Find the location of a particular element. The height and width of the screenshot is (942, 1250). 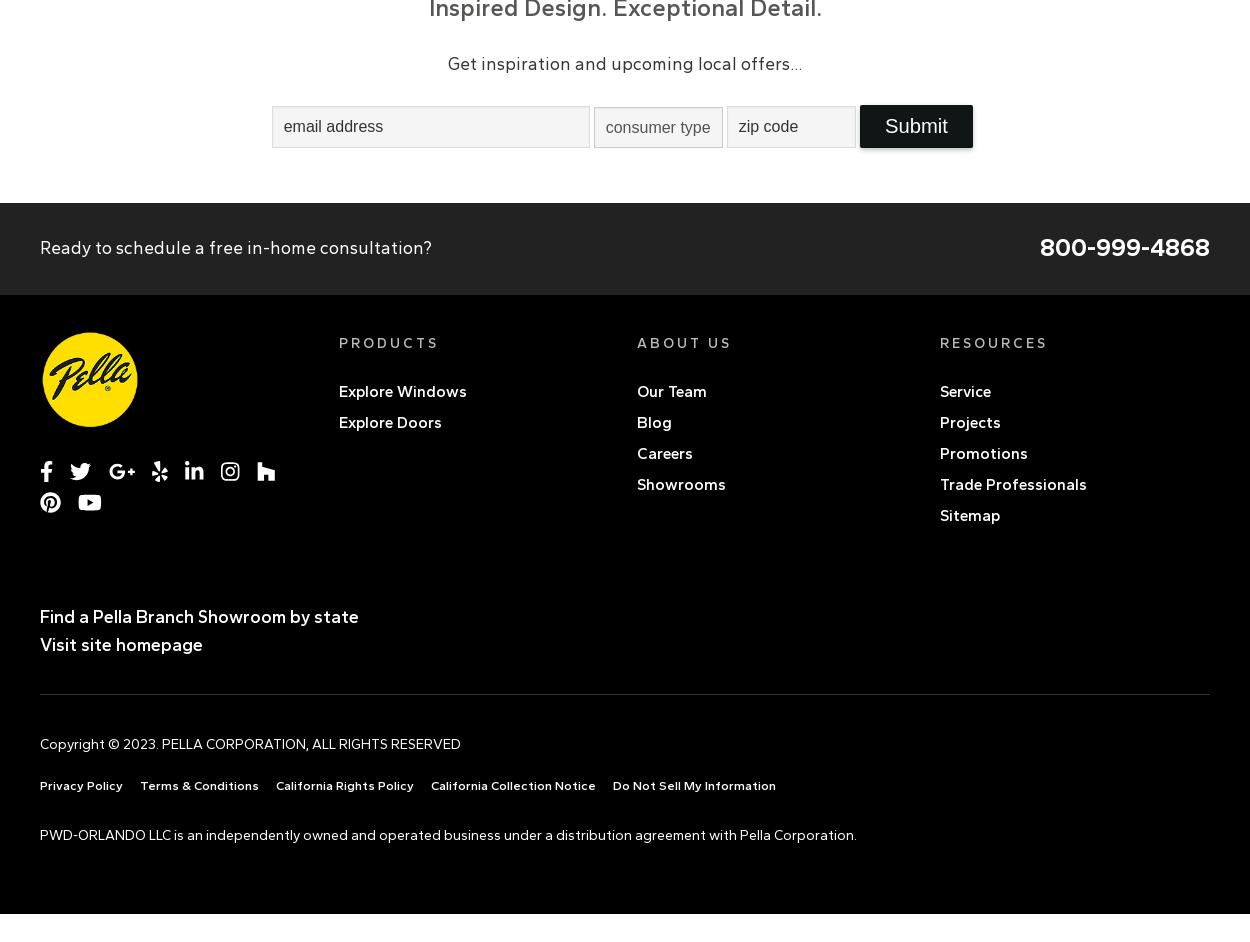

'Showrooms' is located at coordinates (681, 483).